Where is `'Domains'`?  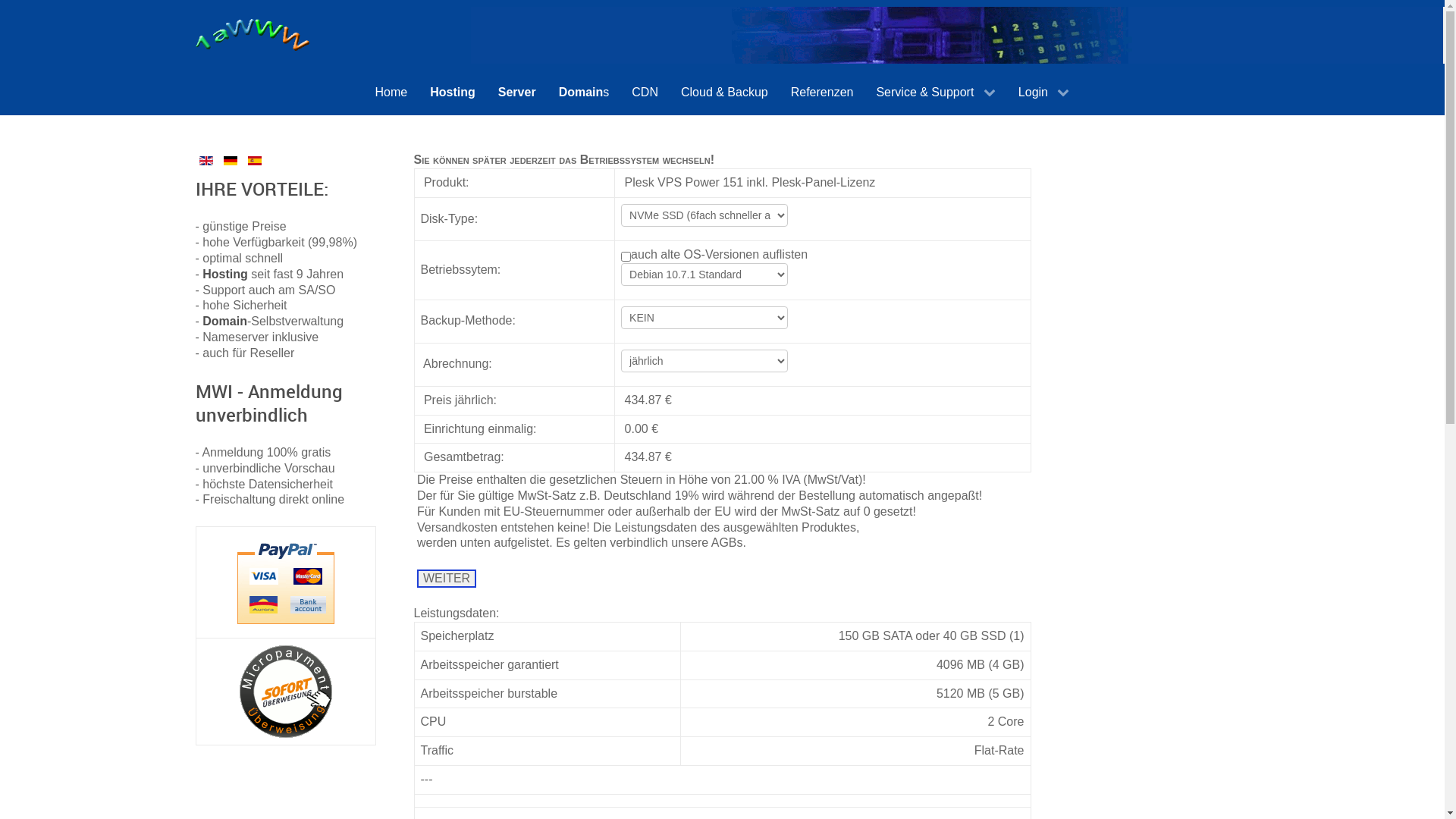
'Domains' is located at coordinates (583, 92).